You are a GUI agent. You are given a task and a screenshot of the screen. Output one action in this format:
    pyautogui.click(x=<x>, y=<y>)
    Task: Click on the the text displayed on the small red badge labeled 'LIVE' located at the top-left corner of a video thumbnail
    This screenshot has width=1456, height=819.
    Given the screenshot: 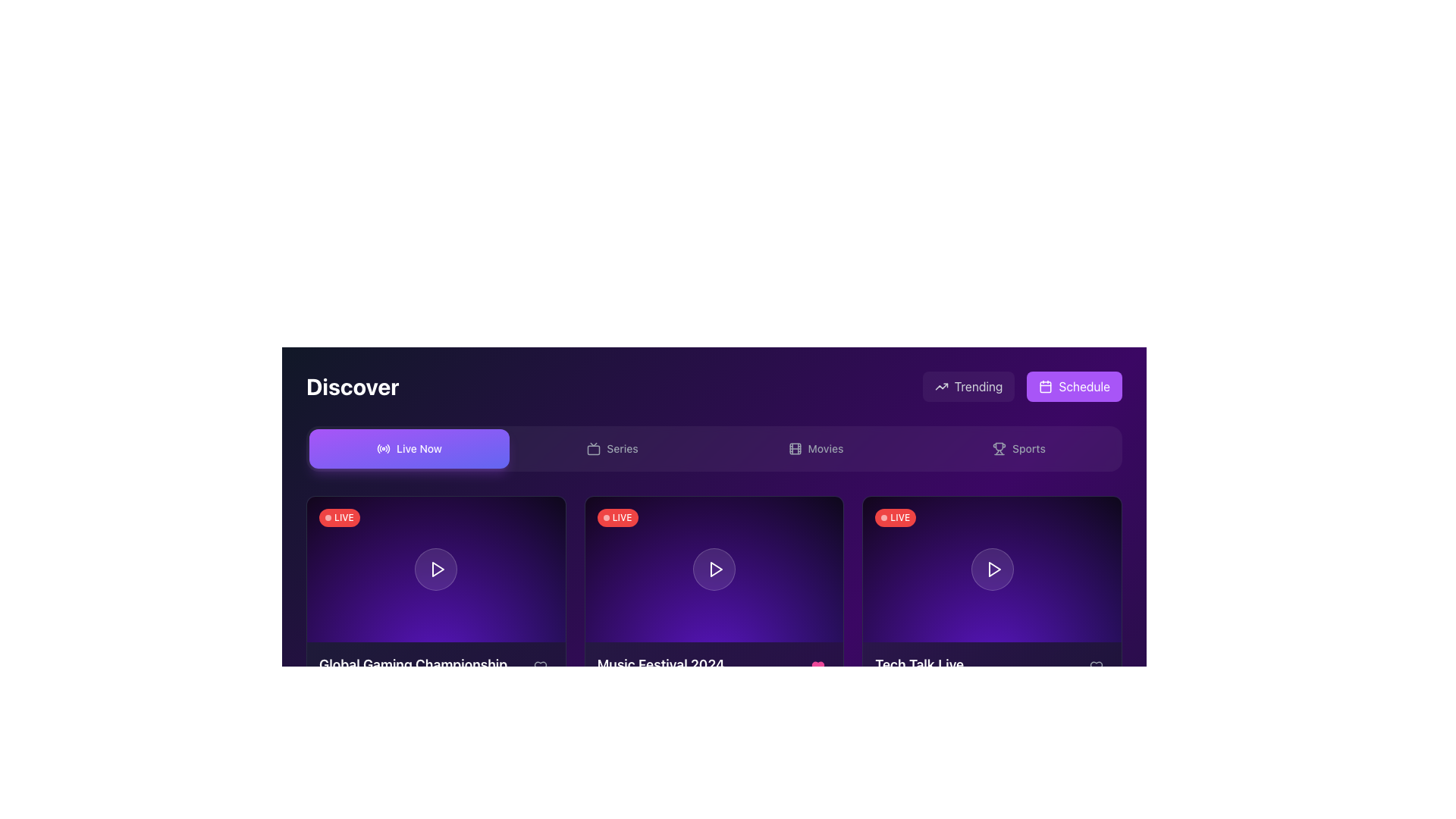 What is the action you would take?
    pyautogui.click(x=896, y=516)
    